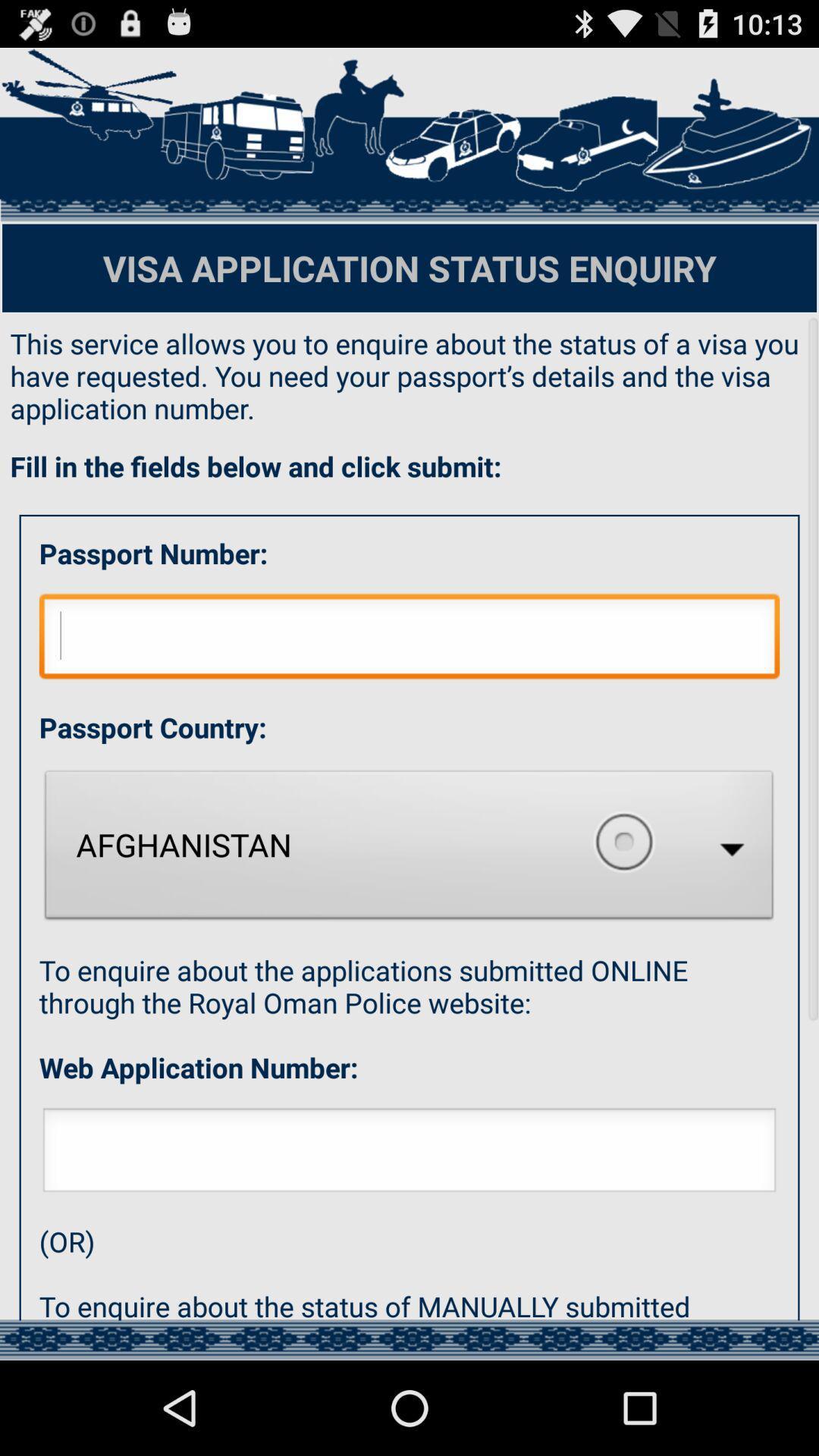 The image size is (819, 1456). I want to click on shows web application number, so click(409, 1153).